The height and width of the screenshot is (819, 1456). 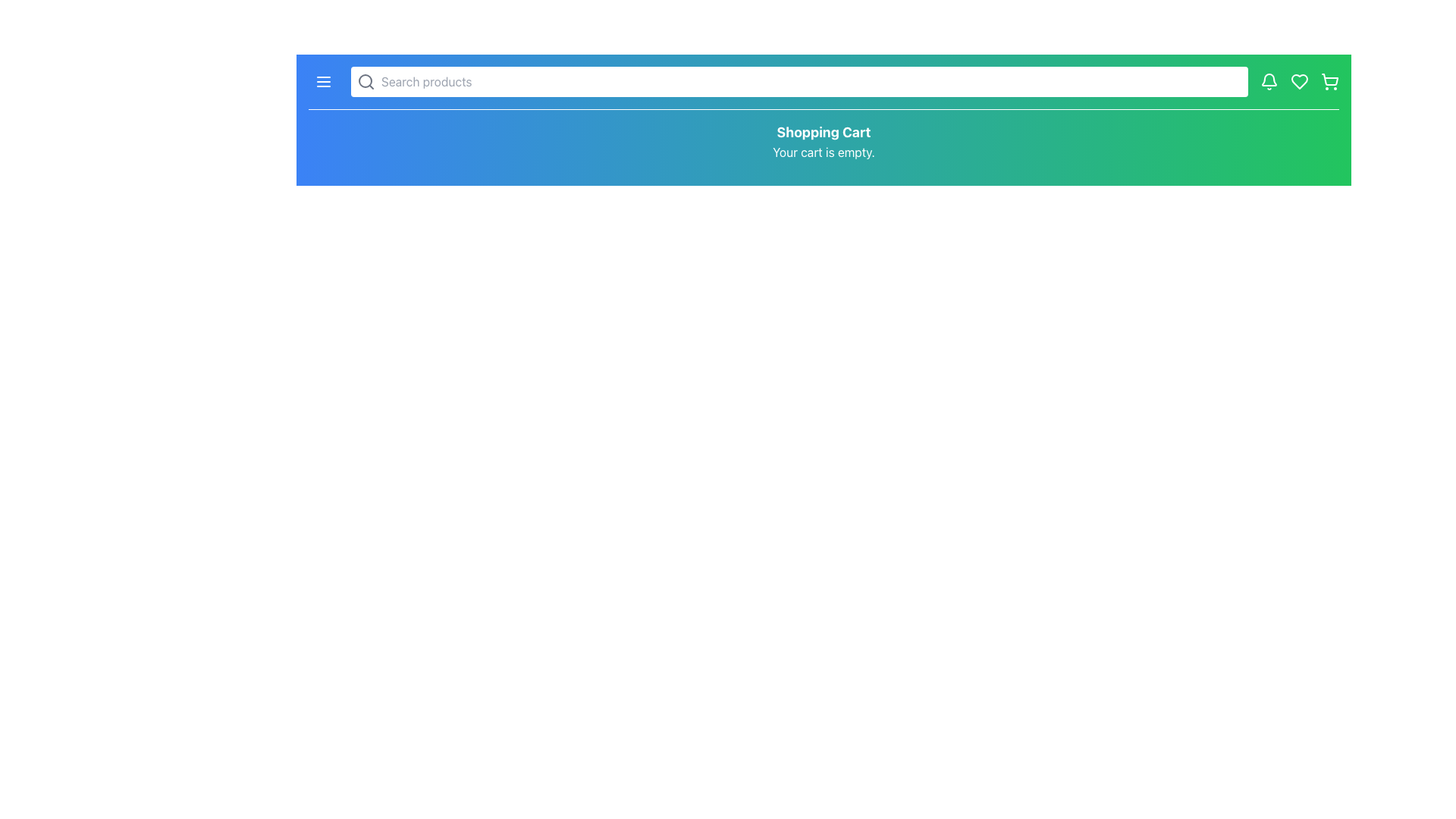 I want to click on the menu (hamburger) button located at the top-left corner of the interface, so click(x=323, y=82).